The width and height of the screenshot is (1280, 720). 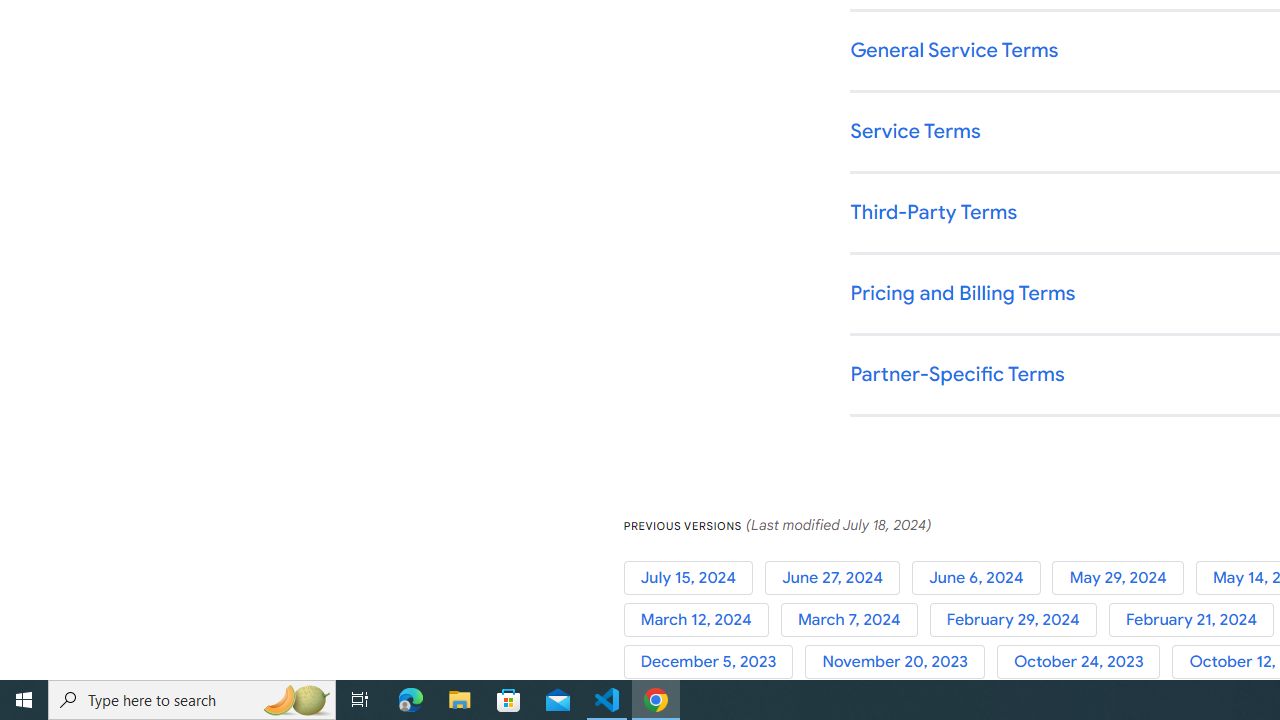 I want to click on 'May 29, 2024', so click(x=1123, y=577).